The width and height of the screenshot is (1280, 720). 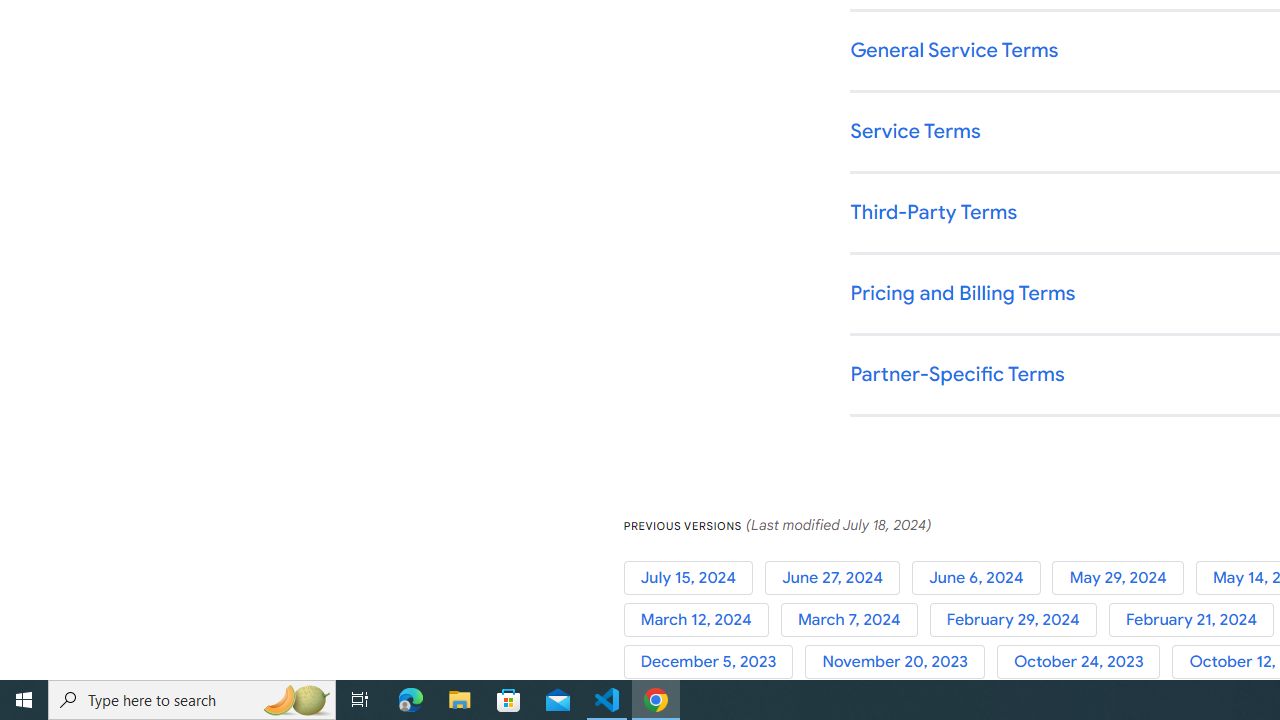 I want to click on 'May 29, 2024', so click(x=1123, y=577).